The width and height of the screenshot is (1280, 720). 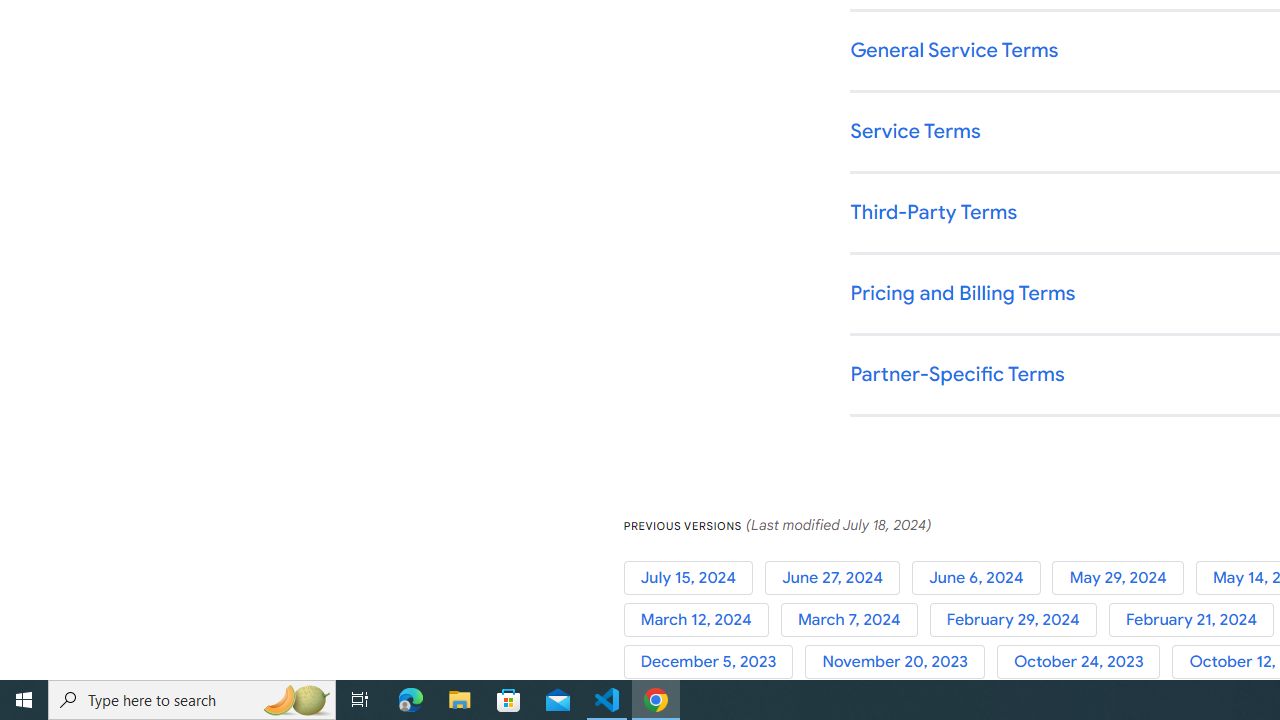 I want to click on 'May 29, 2024', so click(x=1123, y=577).